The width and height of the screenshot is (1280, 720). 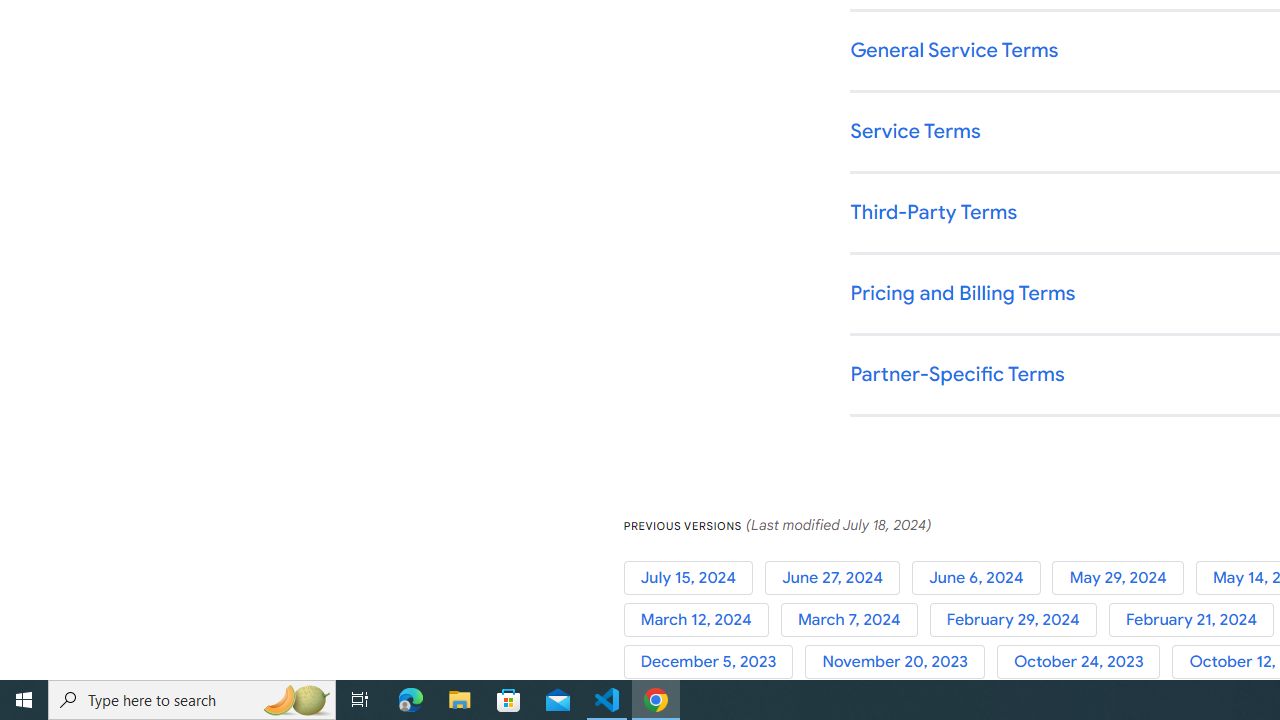 I want to click on 'May 29, 2024', so click(x=1123, y=577).